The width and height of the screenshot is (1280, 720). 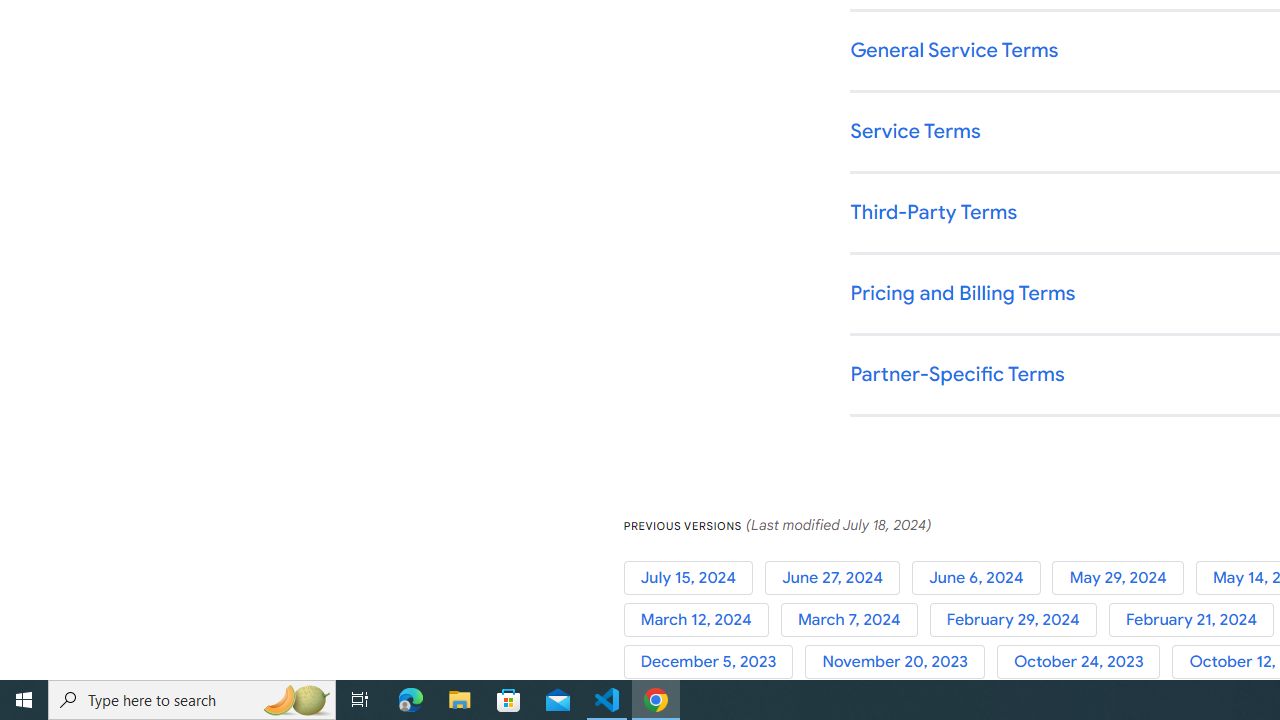 I want to click on 'May 29, 2024', so click(x=1123, y=577).